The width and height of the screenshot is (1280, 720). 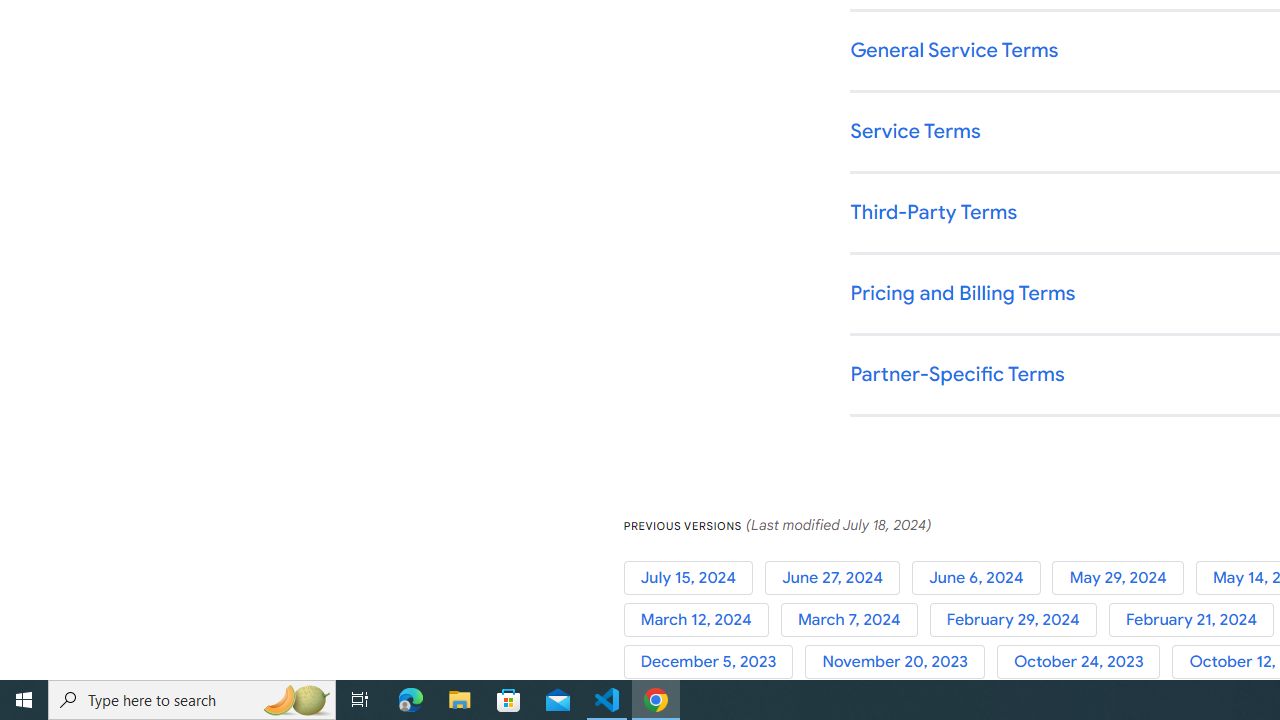 I want to click on 'May 29, 2024', so click(x=1123, y=577).